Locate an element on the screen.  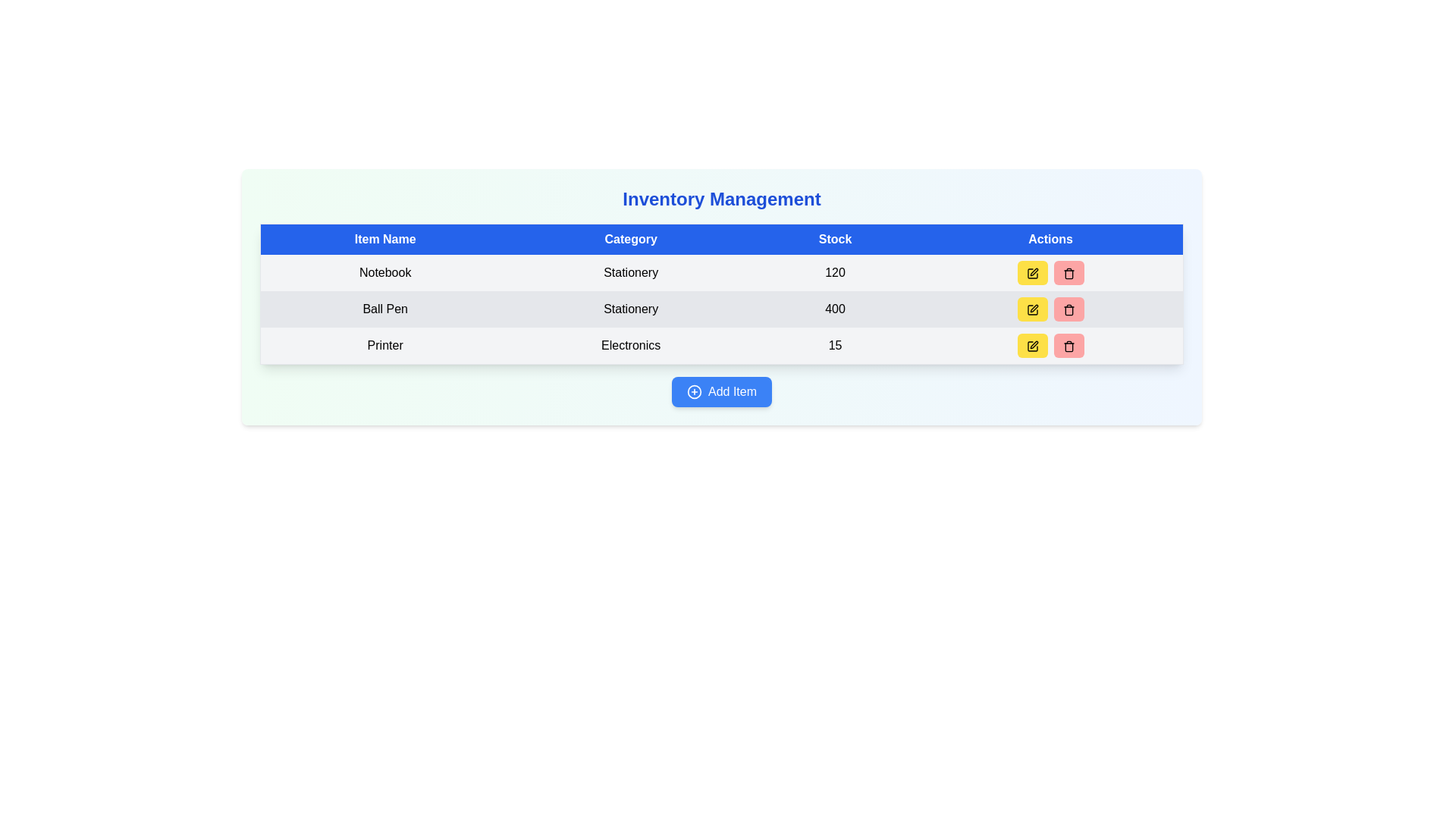
the second button in the action column of the table is located at coordinates (1068, 309).